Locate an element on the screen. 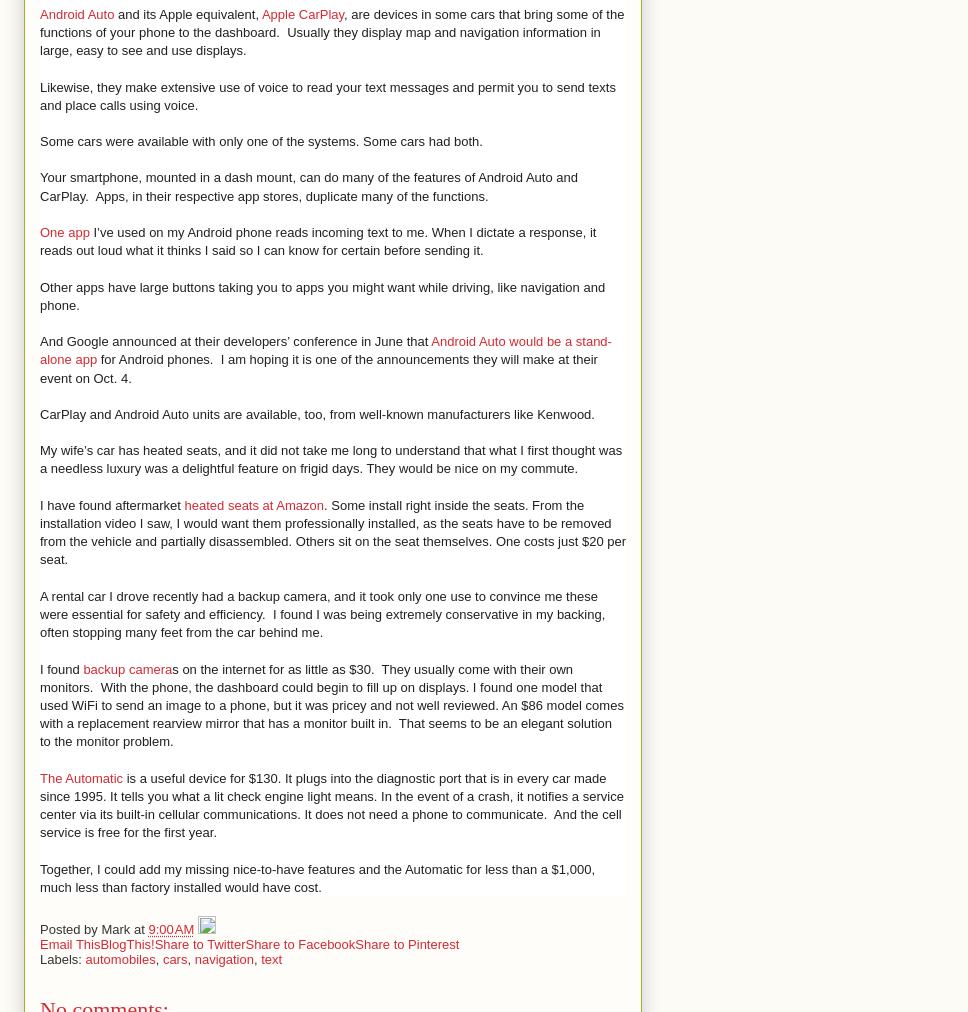  'Some cars were available with only one of the systems. Some cars had both.' is located at coordinates (39, 141).